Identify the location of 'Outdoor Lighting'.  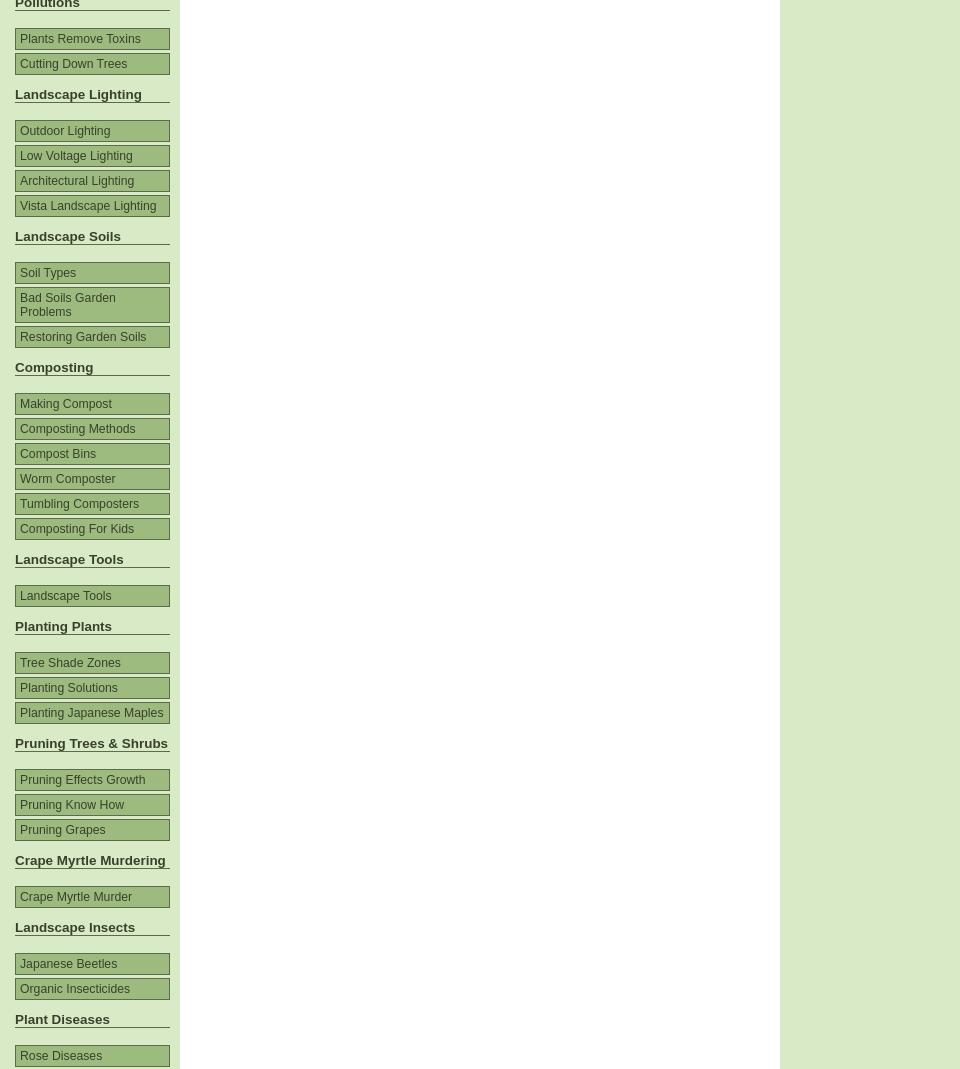
(18, 130).